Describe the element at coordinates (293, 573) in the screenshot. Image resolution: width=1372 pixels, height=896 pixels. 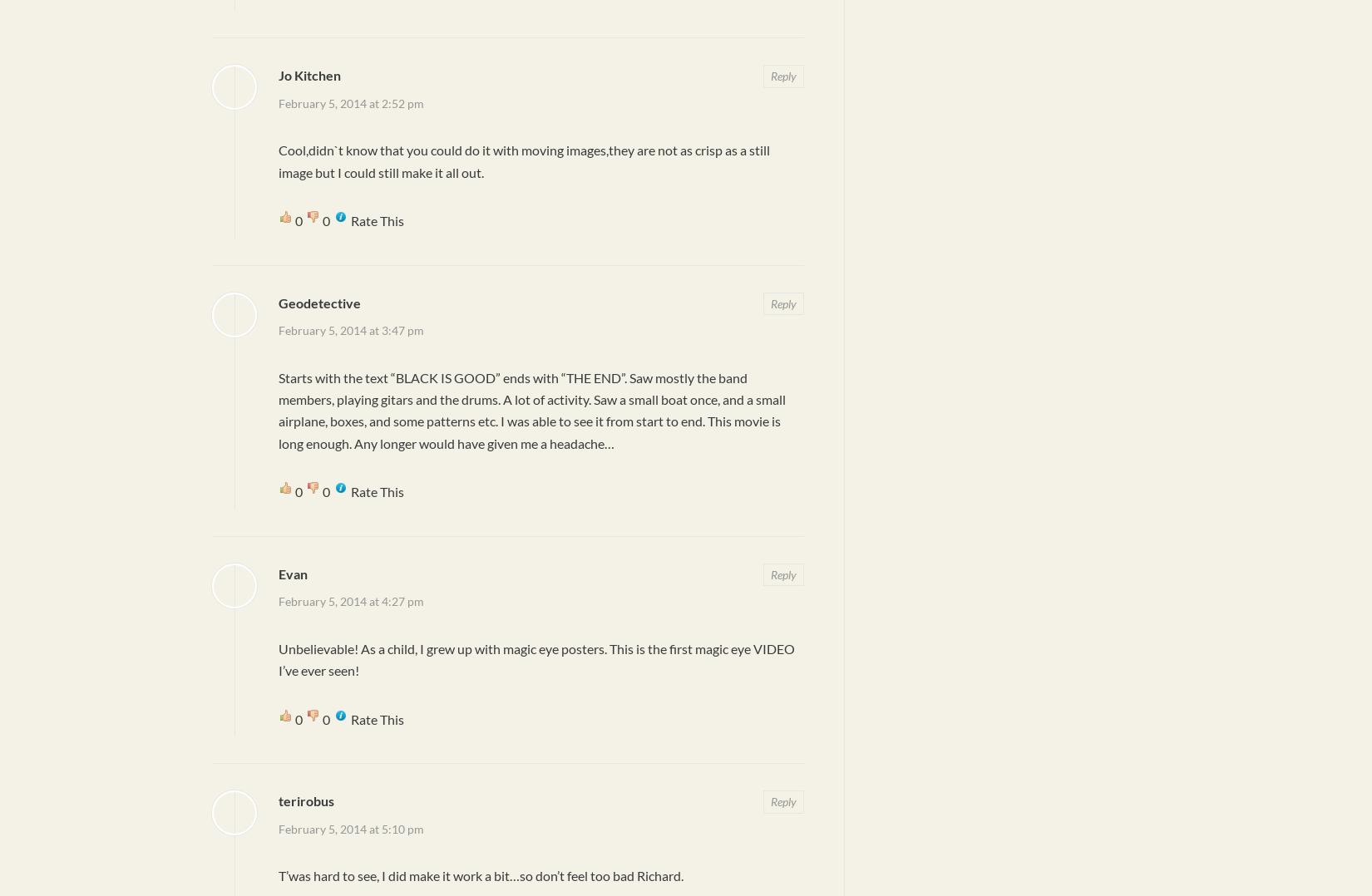
I see `'Evan'` at that location.